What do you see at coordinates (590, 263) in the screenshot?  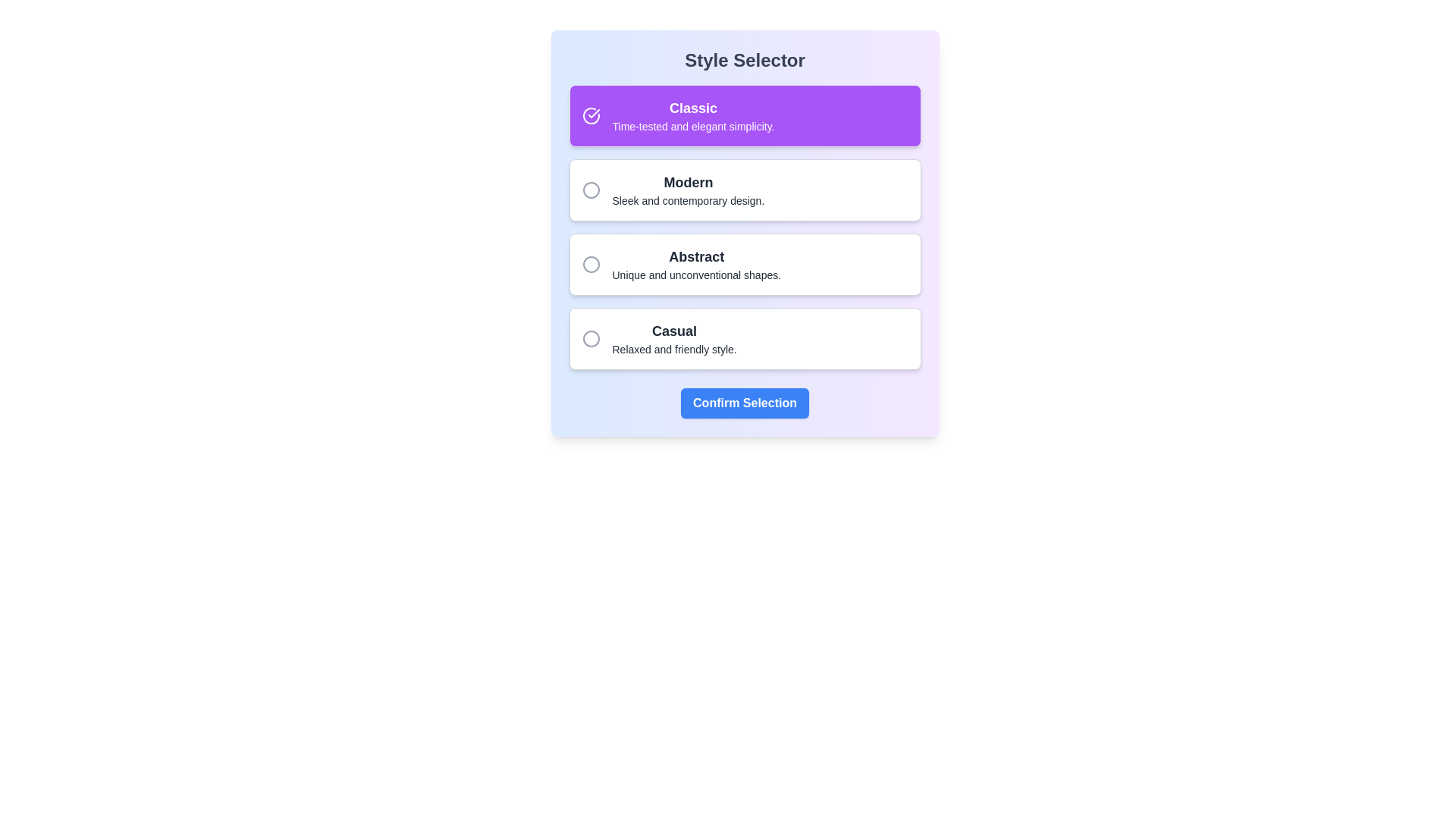 I see `the inner SVG circle element located near the 'Abstract' text in the interface by moving the cursor to its center coordinates` at bounding box center [590, 263].